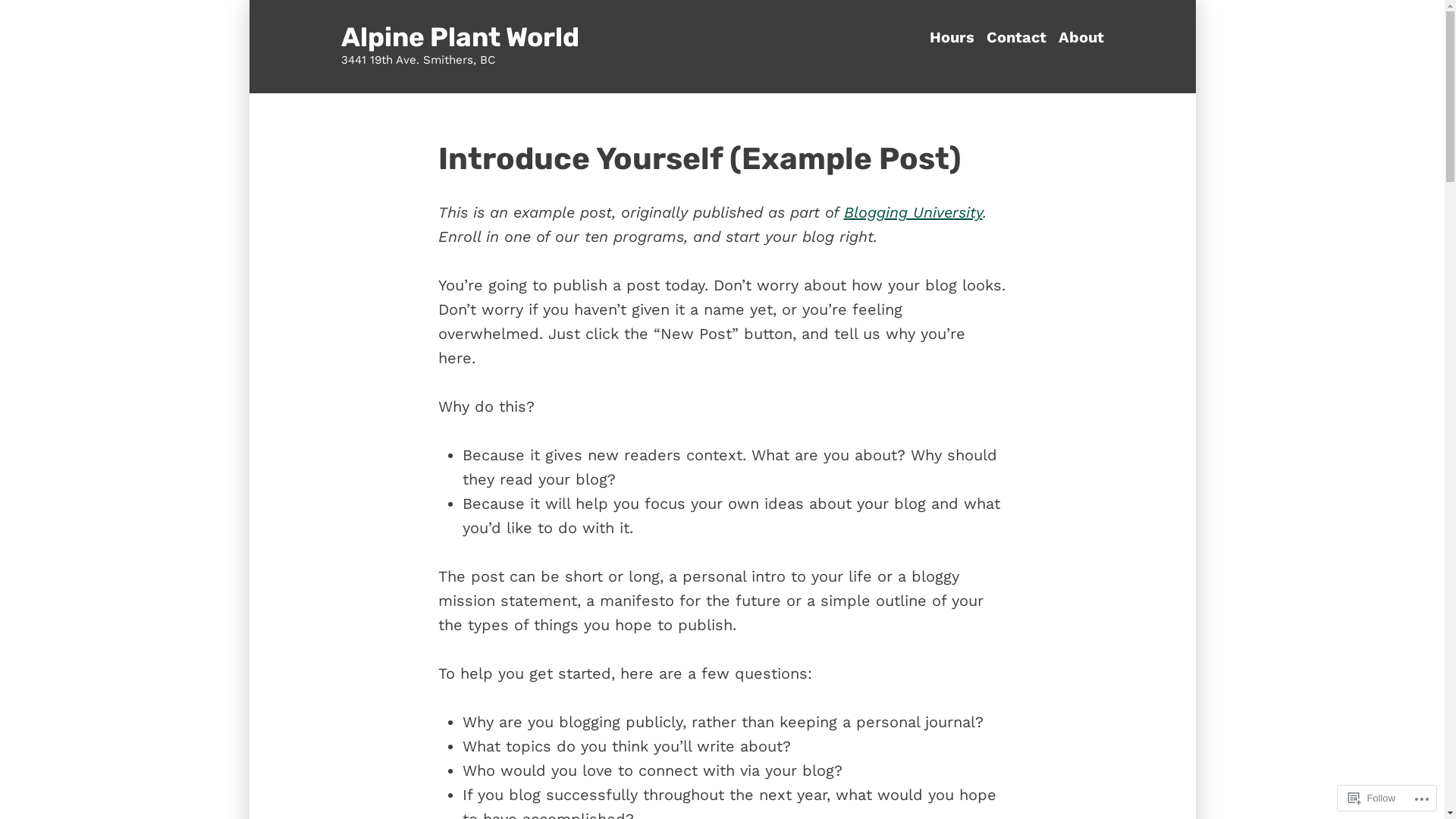 This screenshot has width=1456, height=819. Describe the element at coordinates (1015, 36) in the screenshot. I see `'Contact'` at that location.